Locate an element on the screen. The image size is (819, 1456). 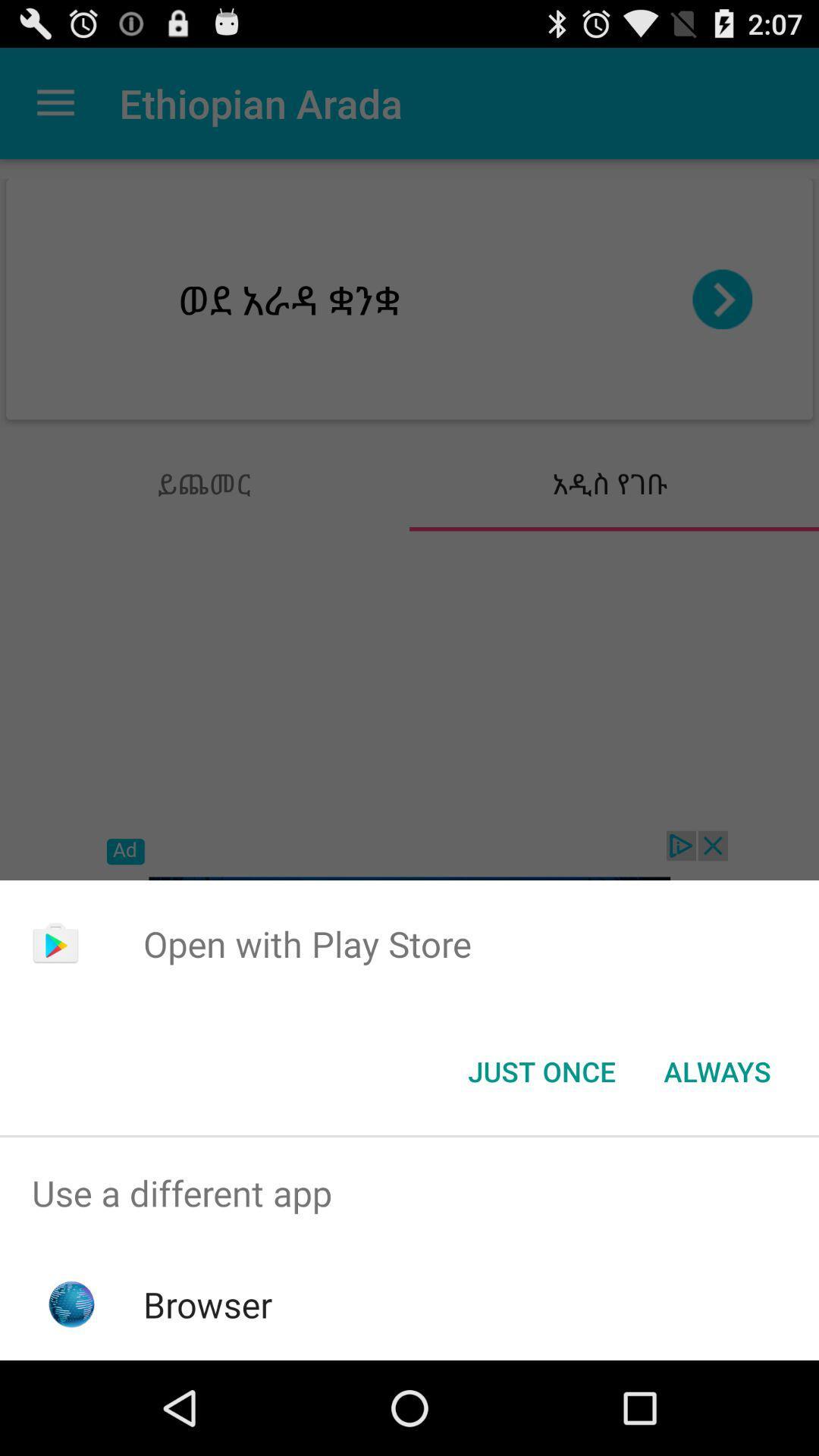
the icon next to just once button is located at coordinates (717, 1070).